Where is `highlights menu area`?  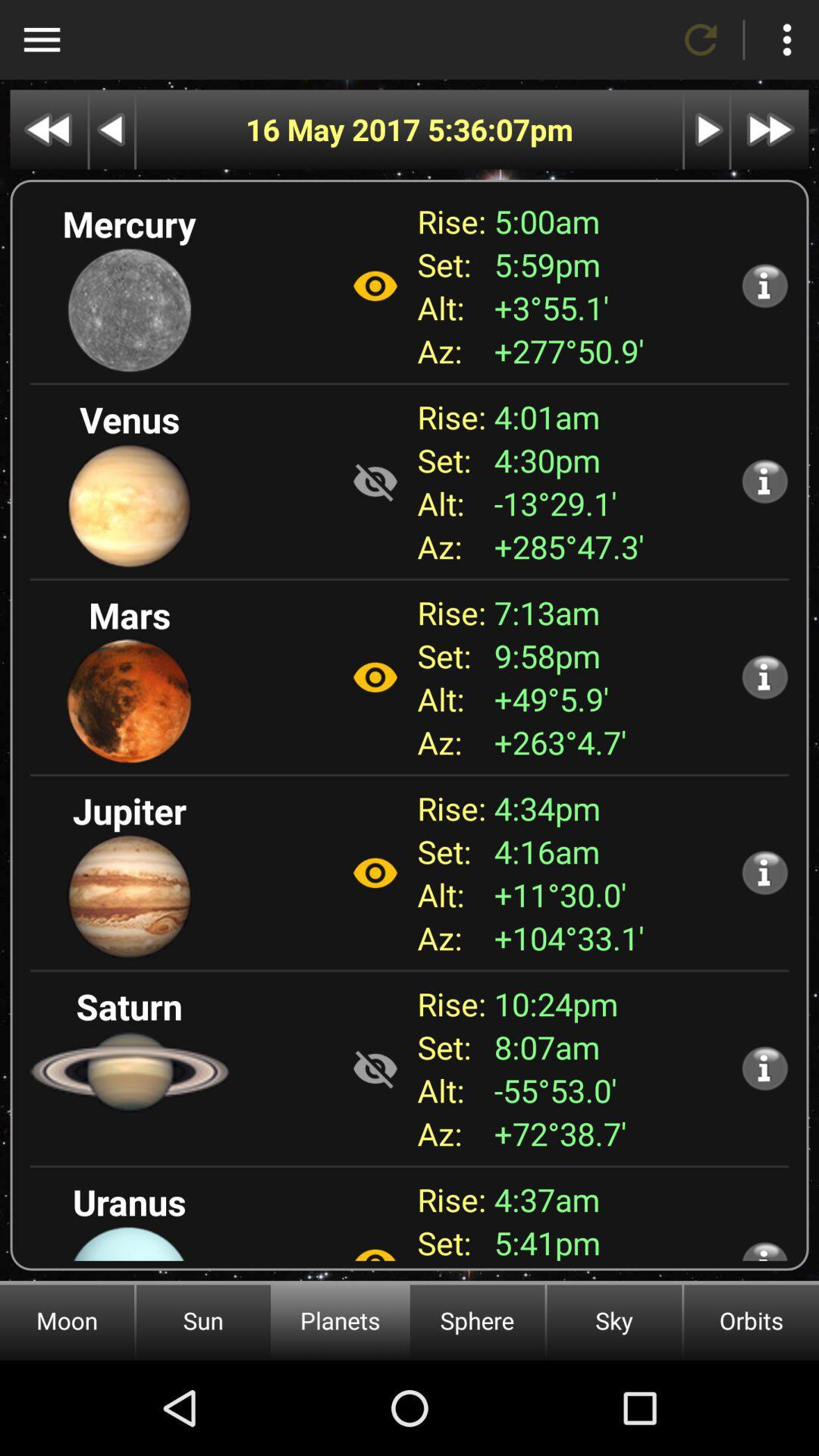
highlights menu area is located at coordinates (41, 39).